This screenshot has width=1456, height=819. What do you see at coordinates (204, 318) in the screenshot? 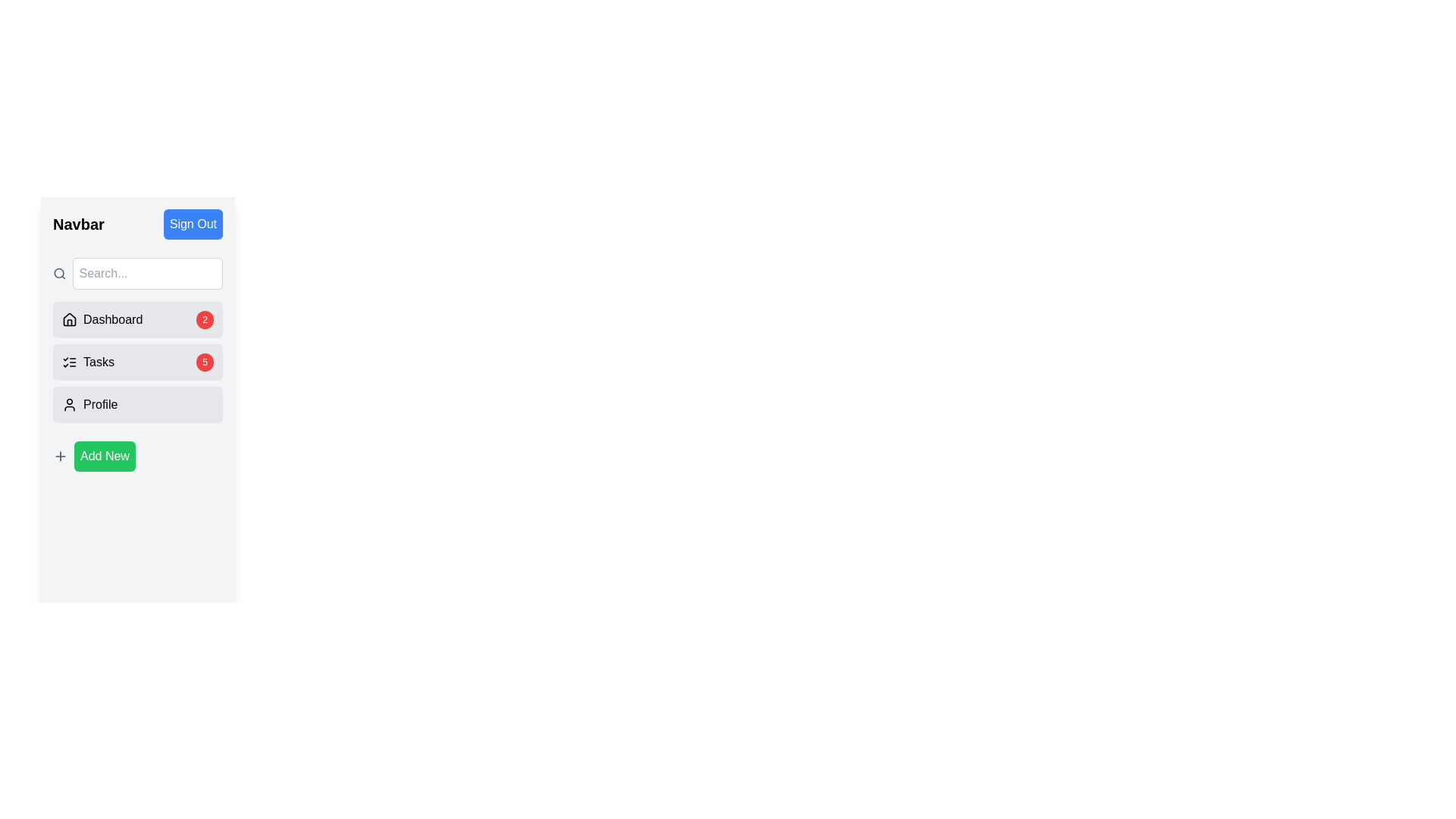
I see `the notification badge located to the far right of the 'Dashboard' menu item, which indicates the number of items or alerts` at bounding box center [204, 318].